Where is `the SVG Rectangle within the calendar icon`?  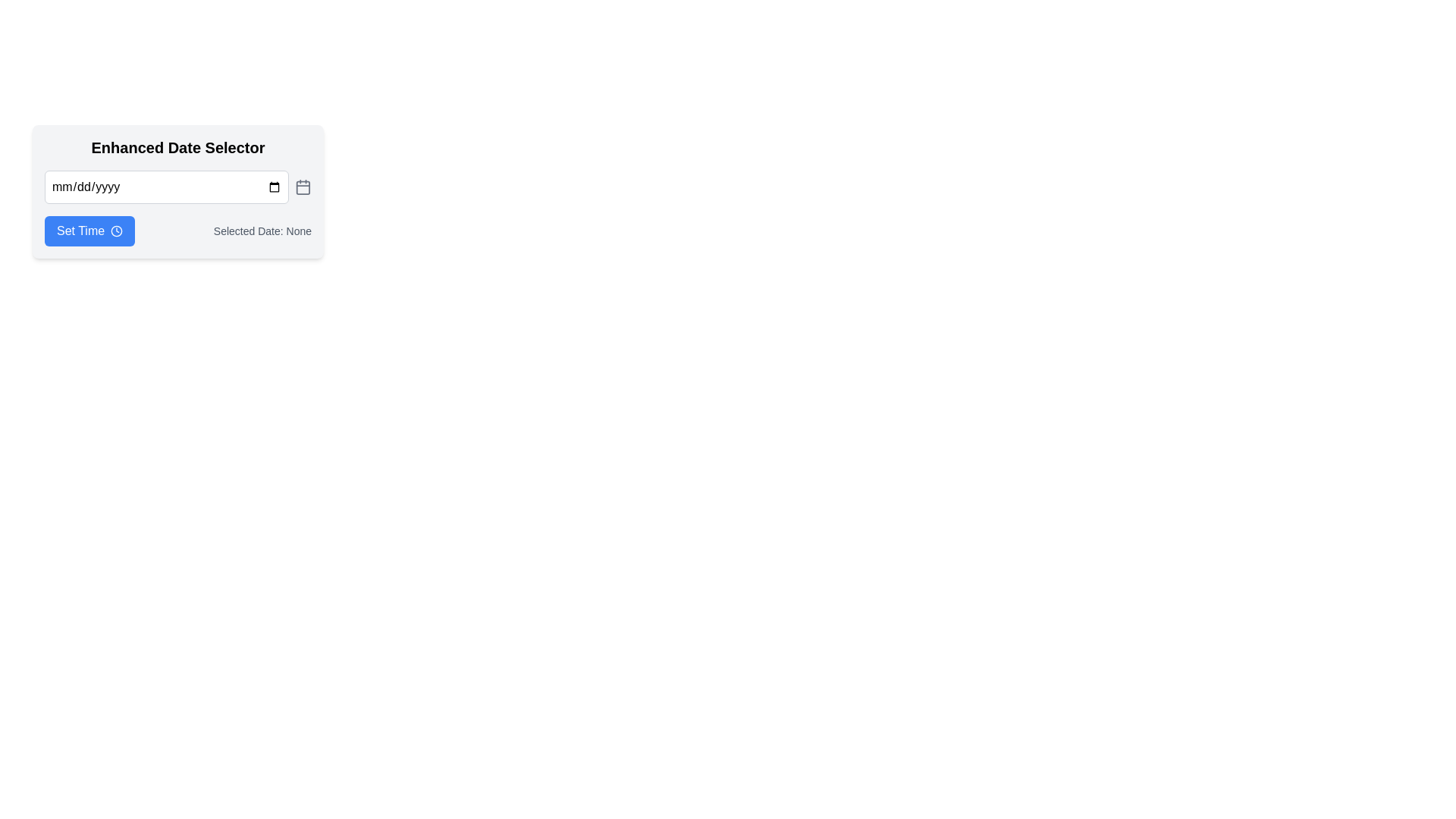
the SVG Rectangle within the calendar icon is located at coordinates (303, 187).